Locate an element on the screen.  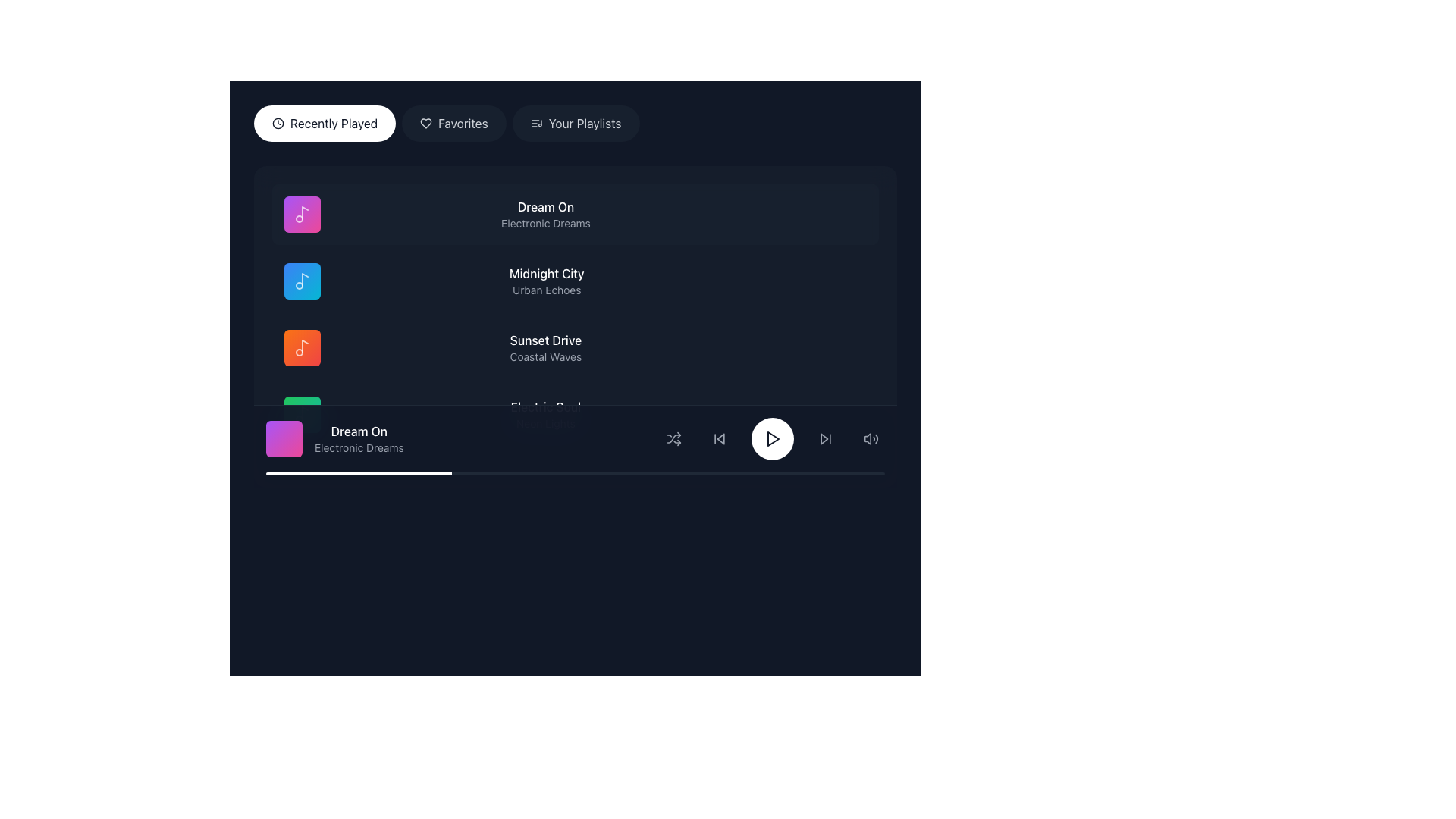
the 'Your Playlists' text label element in the top navigation bar for accessibility is located at coordinates (584, 122).